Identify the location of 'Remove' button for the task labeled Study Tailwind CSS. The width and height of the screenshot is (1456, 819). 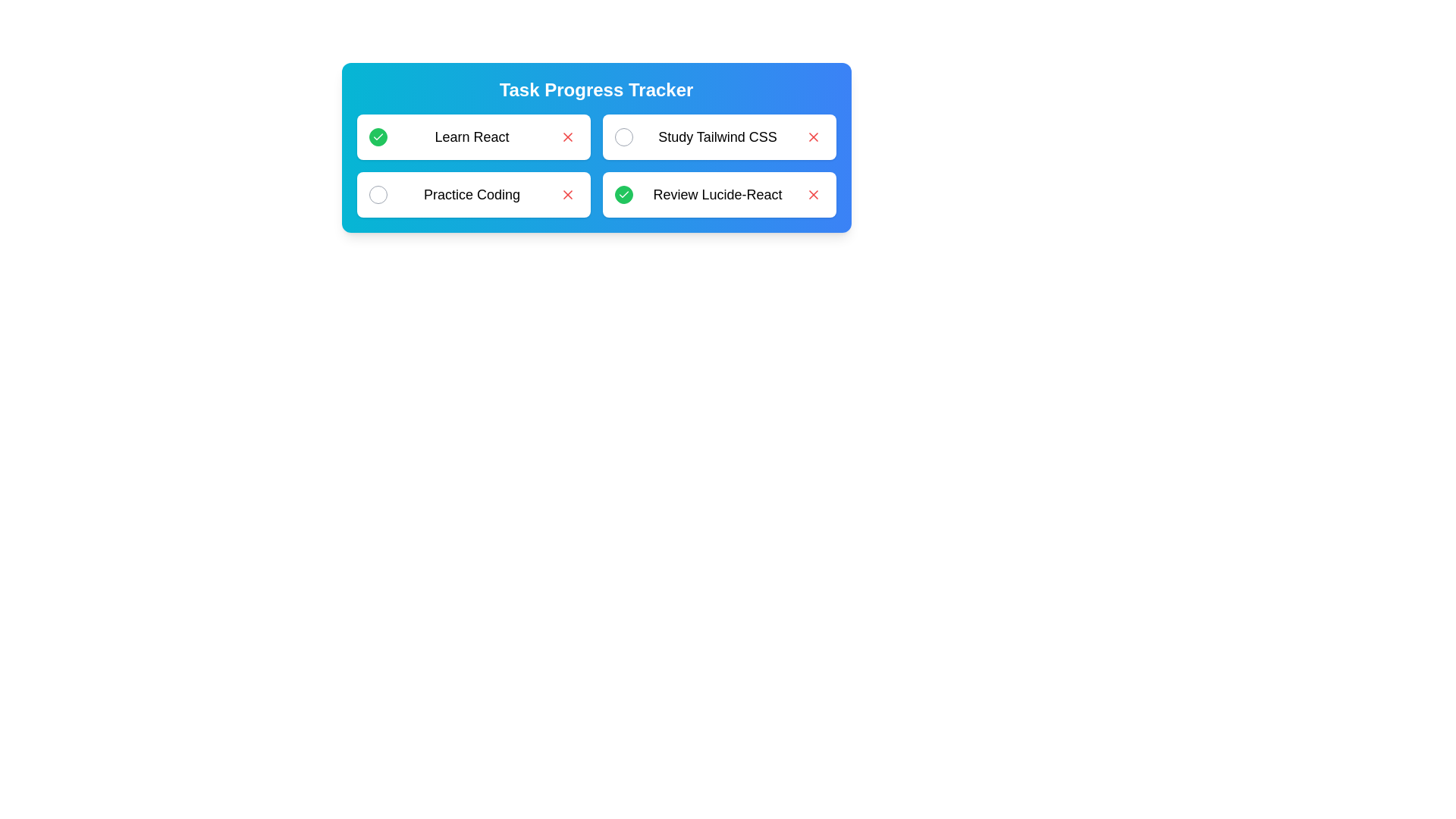
(812, 137).